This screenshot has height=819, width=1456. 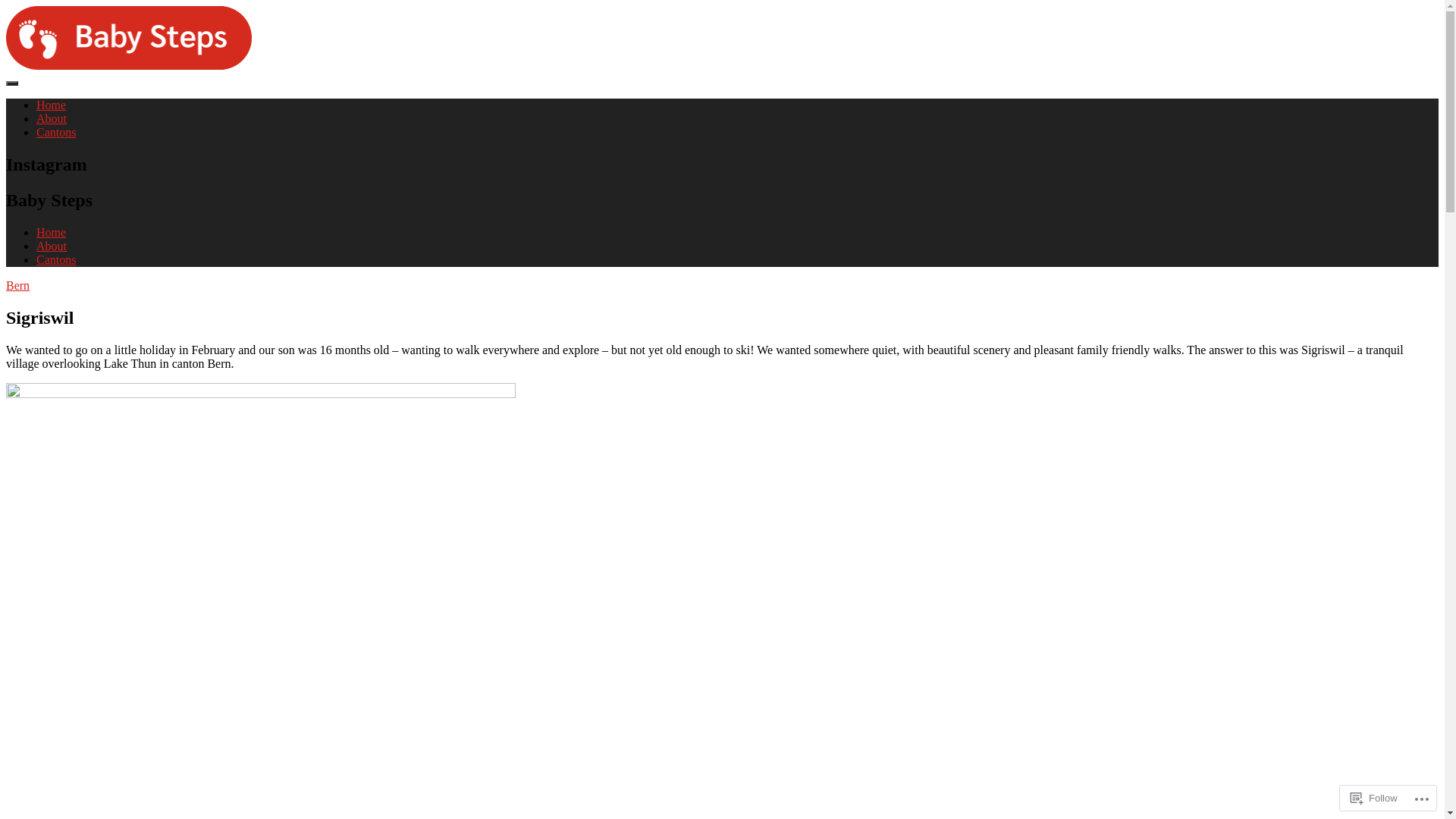 What do you see at coordinates (1374, 797) in the screenshot?
I see `'Follow'` at bounding box center [1374, 797].